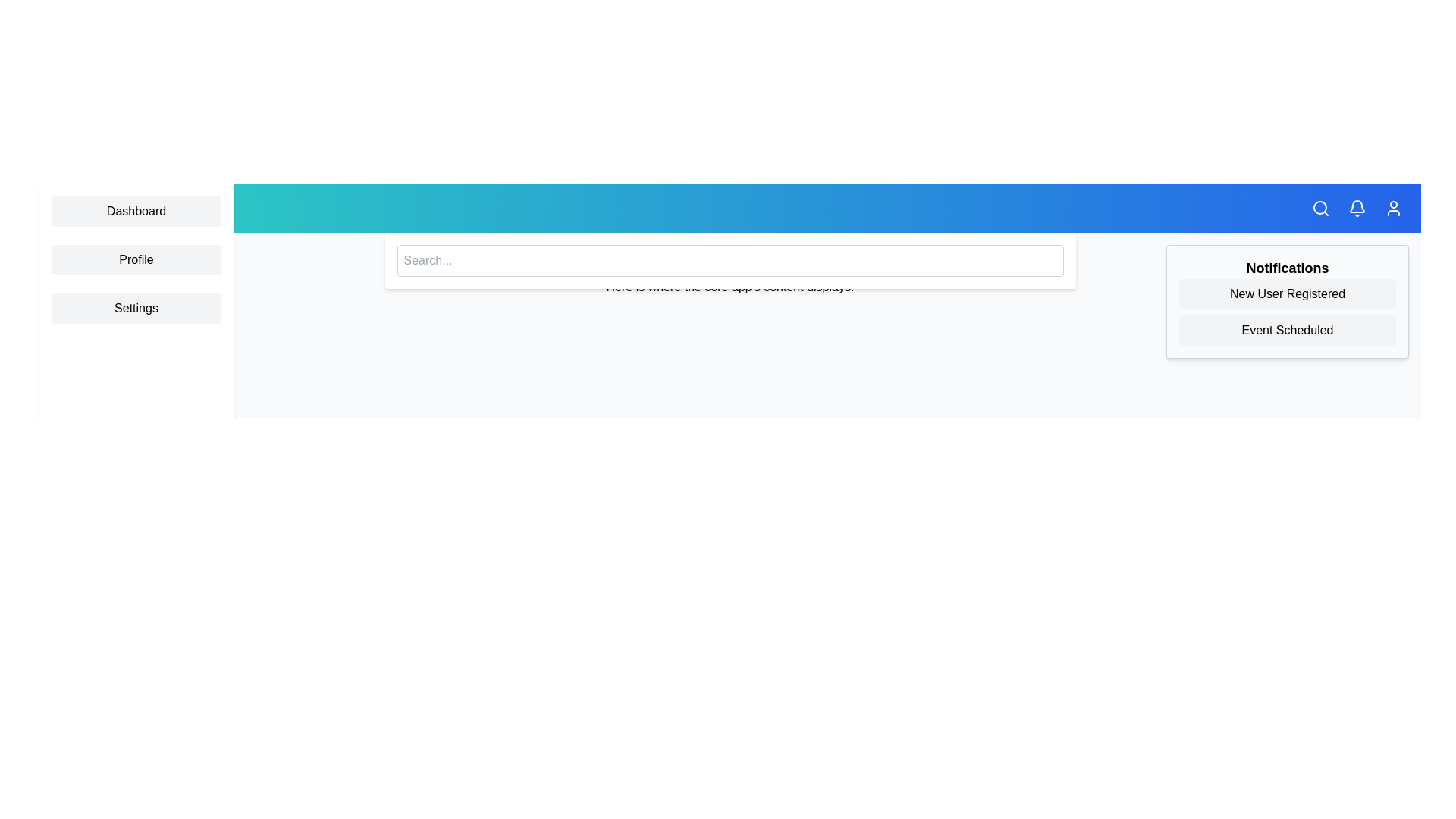  I want to click on the 'Profile' button, which is a rectangular button with bold black text on a light gray background, located in the navigation panel between the 'Dashboard' and 'Settings' buttons, so click(136, 259).